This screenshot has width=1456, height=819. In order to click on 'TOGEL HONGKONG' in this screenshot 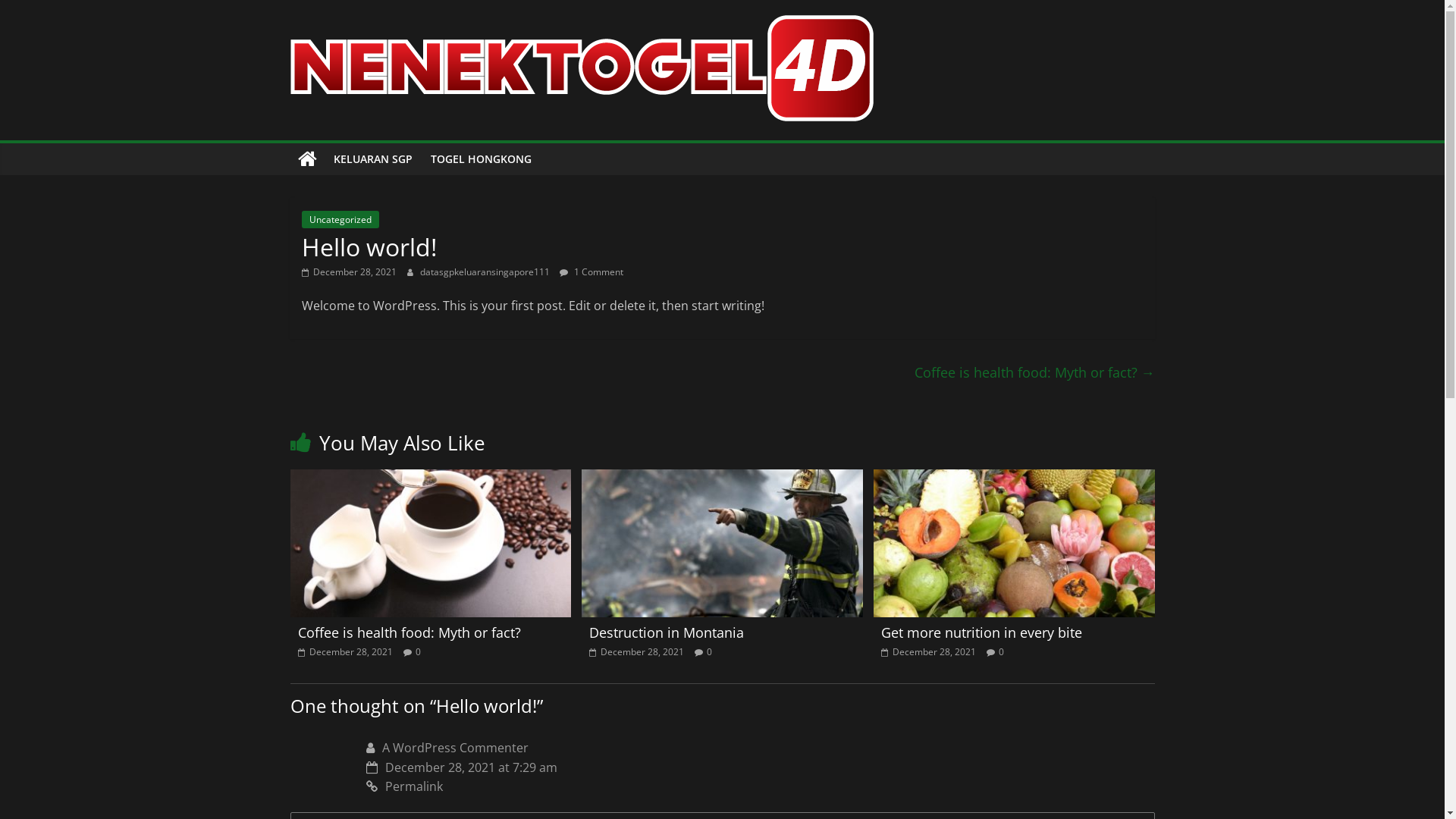, I will do `click(480, 158)`.